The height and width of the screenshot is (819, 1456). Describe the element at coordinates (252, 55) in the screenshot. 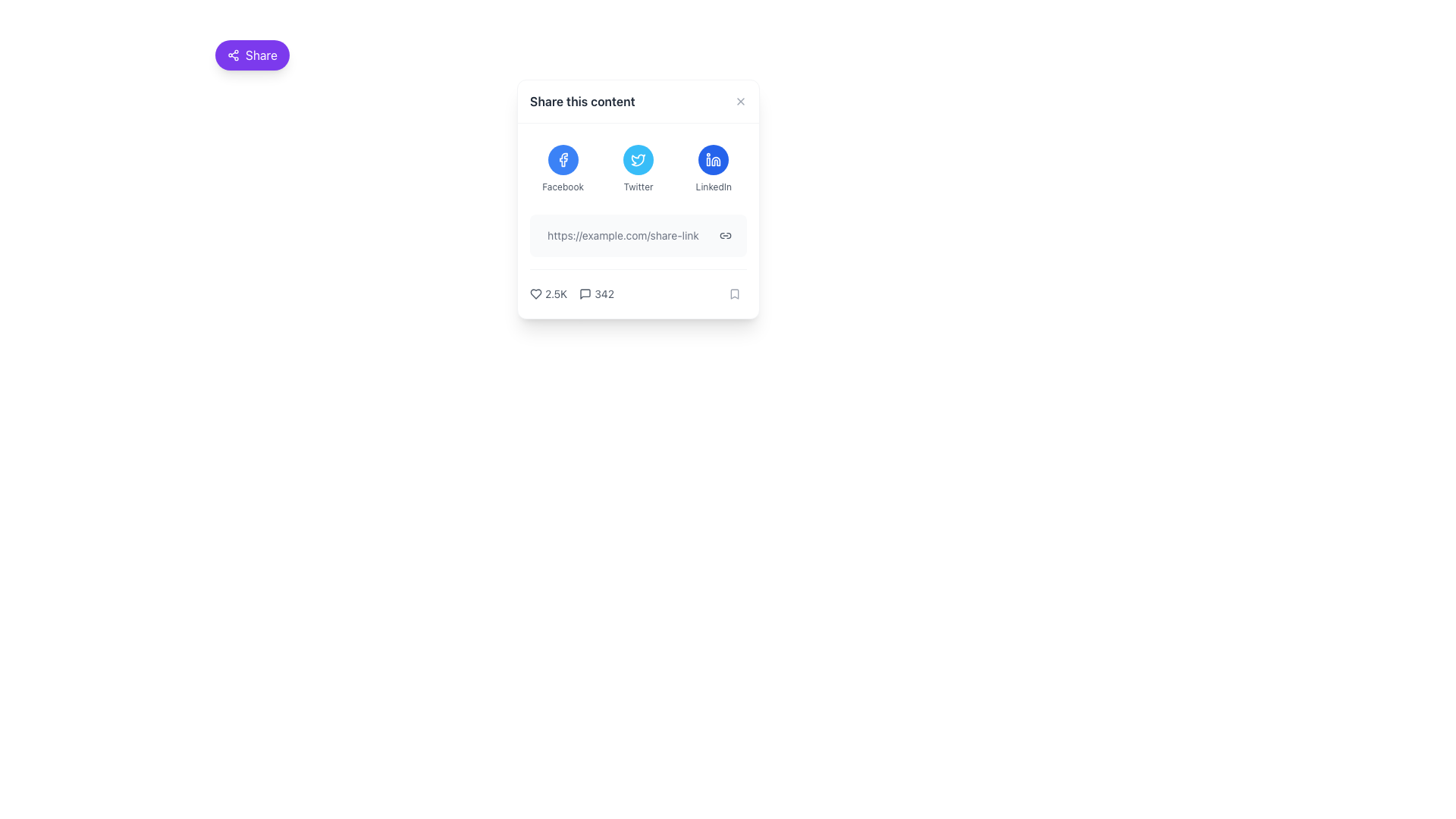

I see `the share button located at the top-left region of the interface to initiate a sharing action` at that location.